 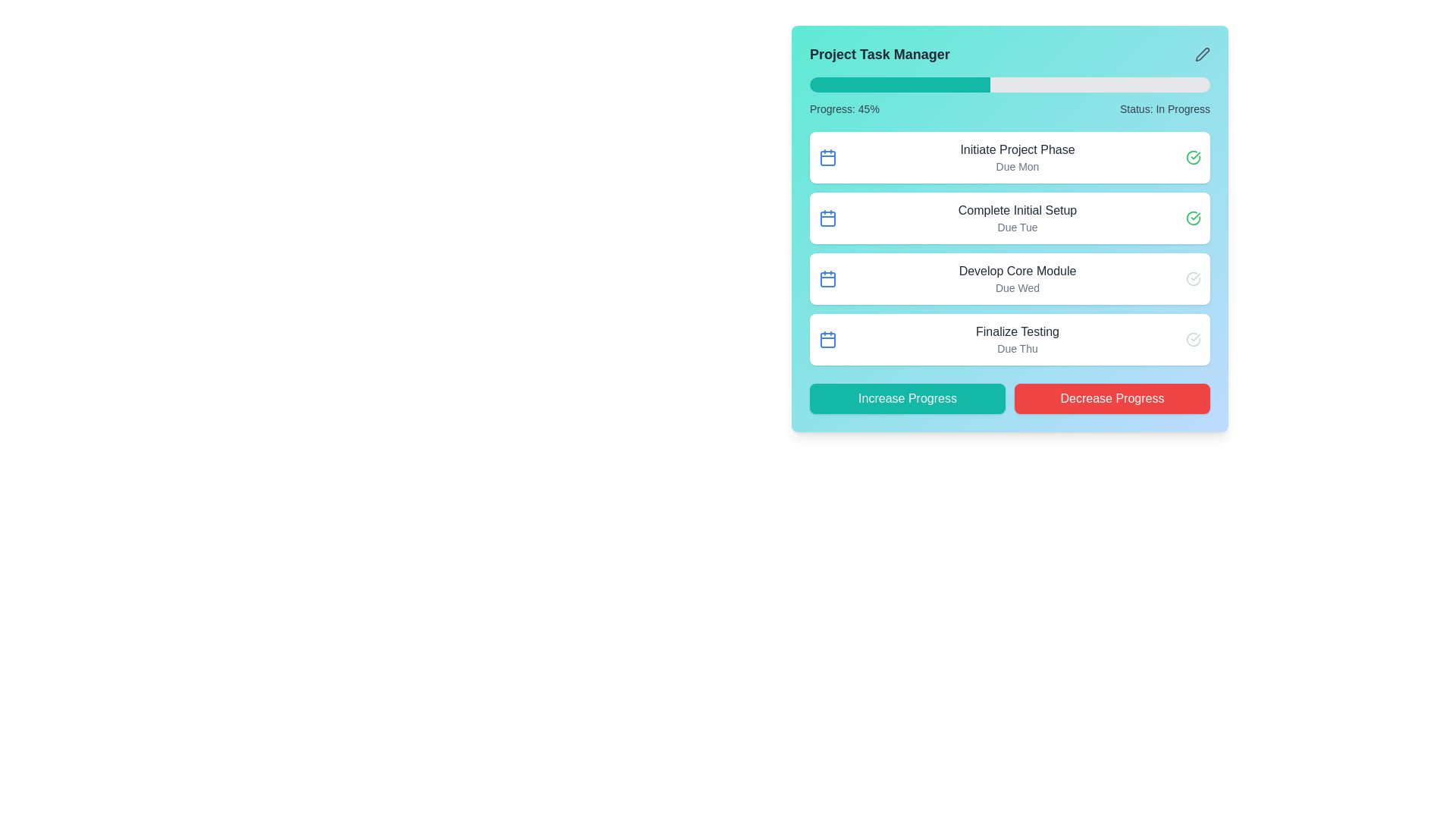 I want to click on the progress bar, so click(x=883, y=84).